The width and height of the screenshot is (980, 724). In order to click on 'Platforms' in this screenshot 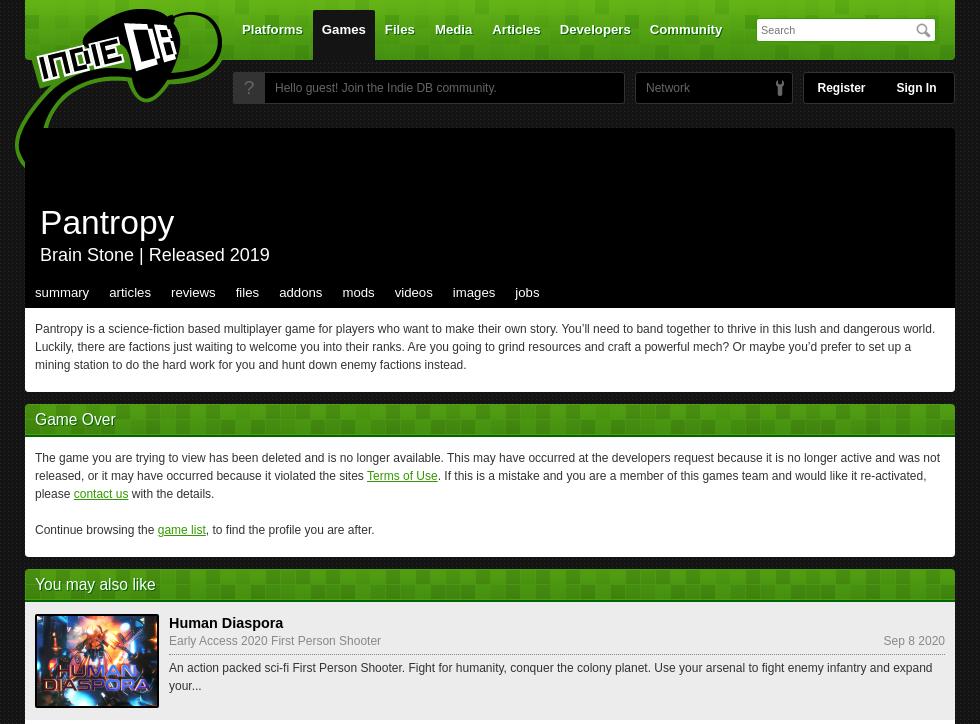, I will do `click(241, 29)`.